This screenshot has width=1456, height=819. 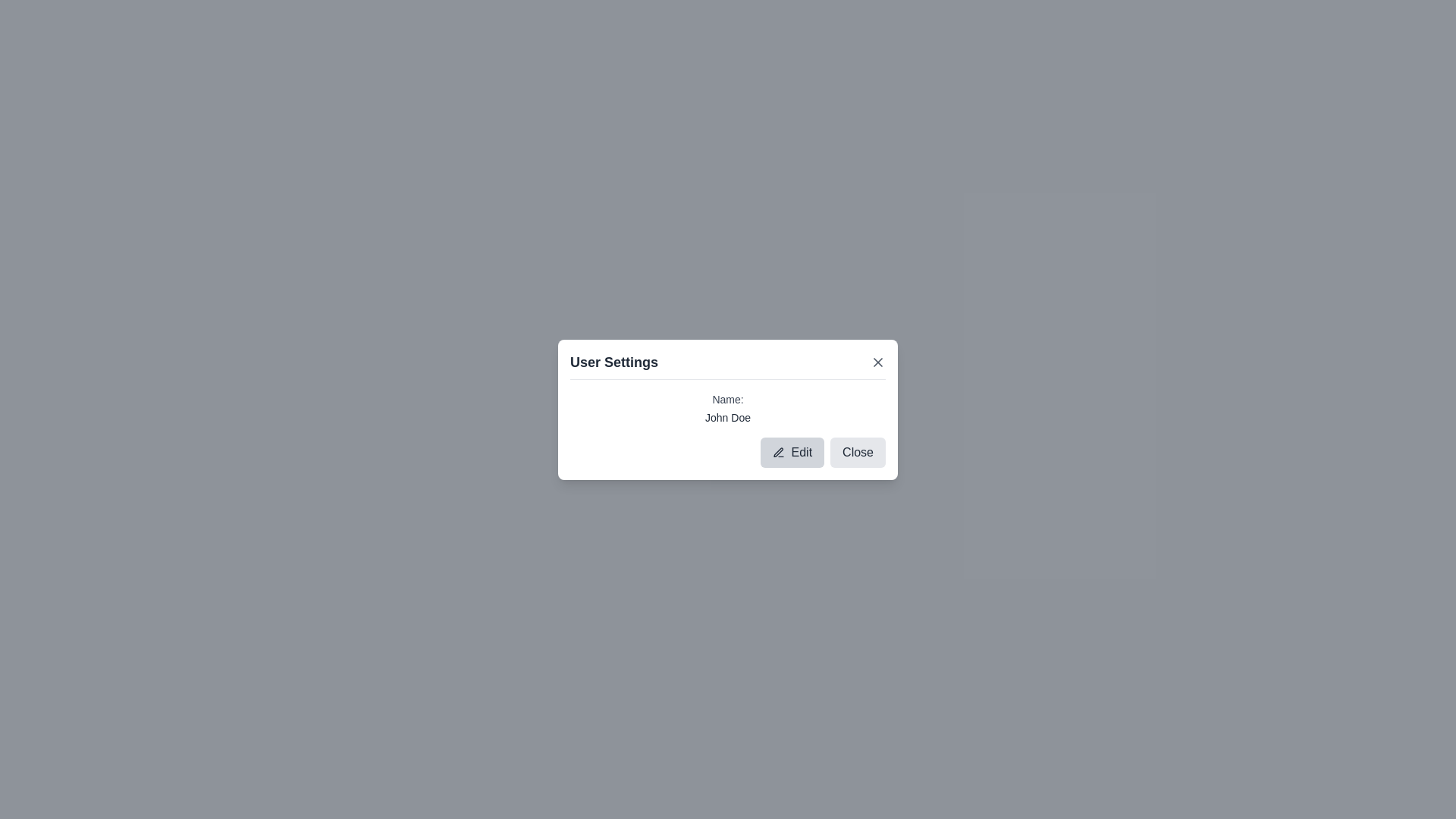 I want to click on the close button represented by an 'X' icon in the User Settings header to change its appearance, so click(x=877, y=362).